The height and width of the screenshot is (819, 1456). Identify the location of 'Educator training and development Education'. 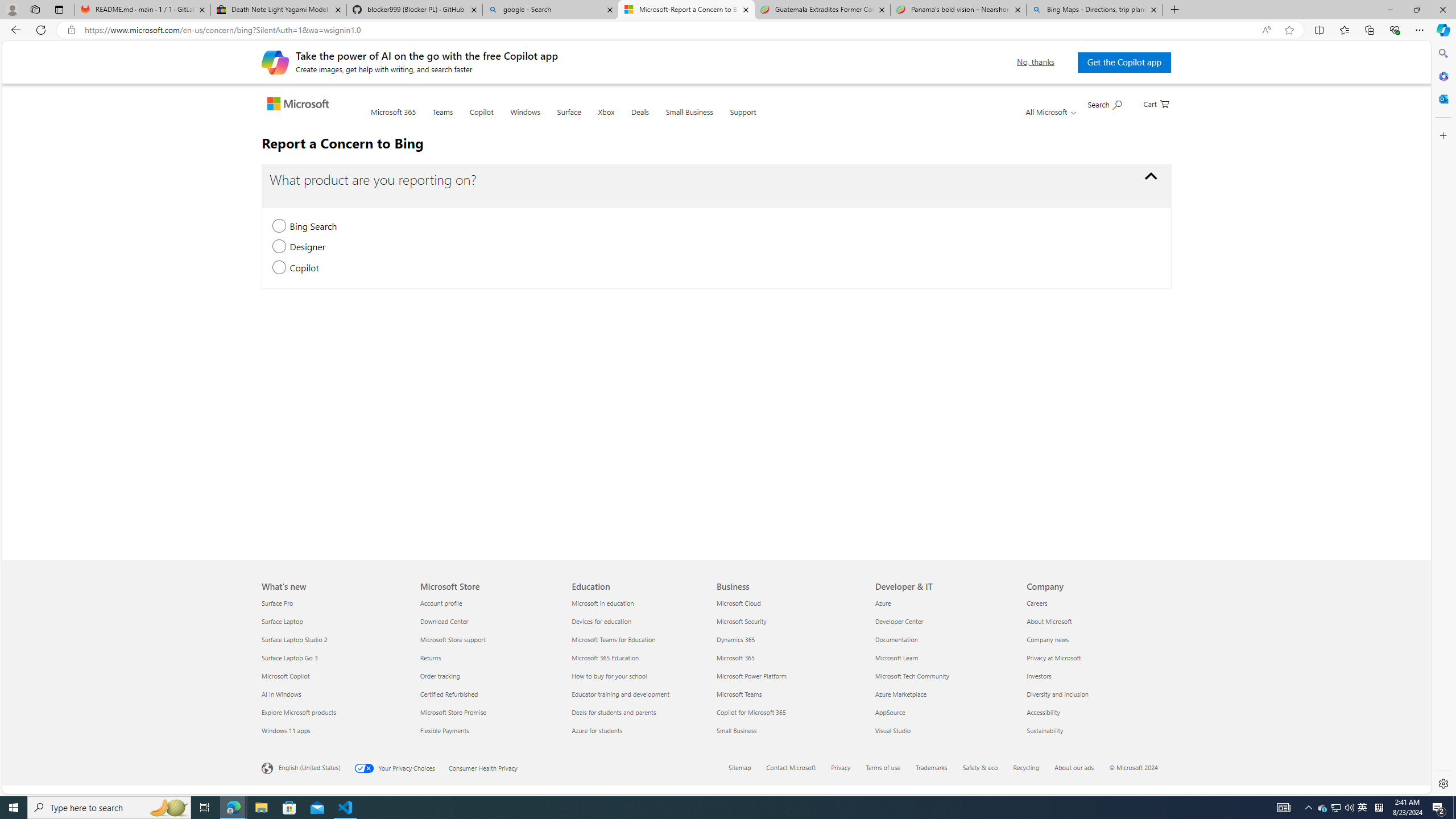
(621, 693).